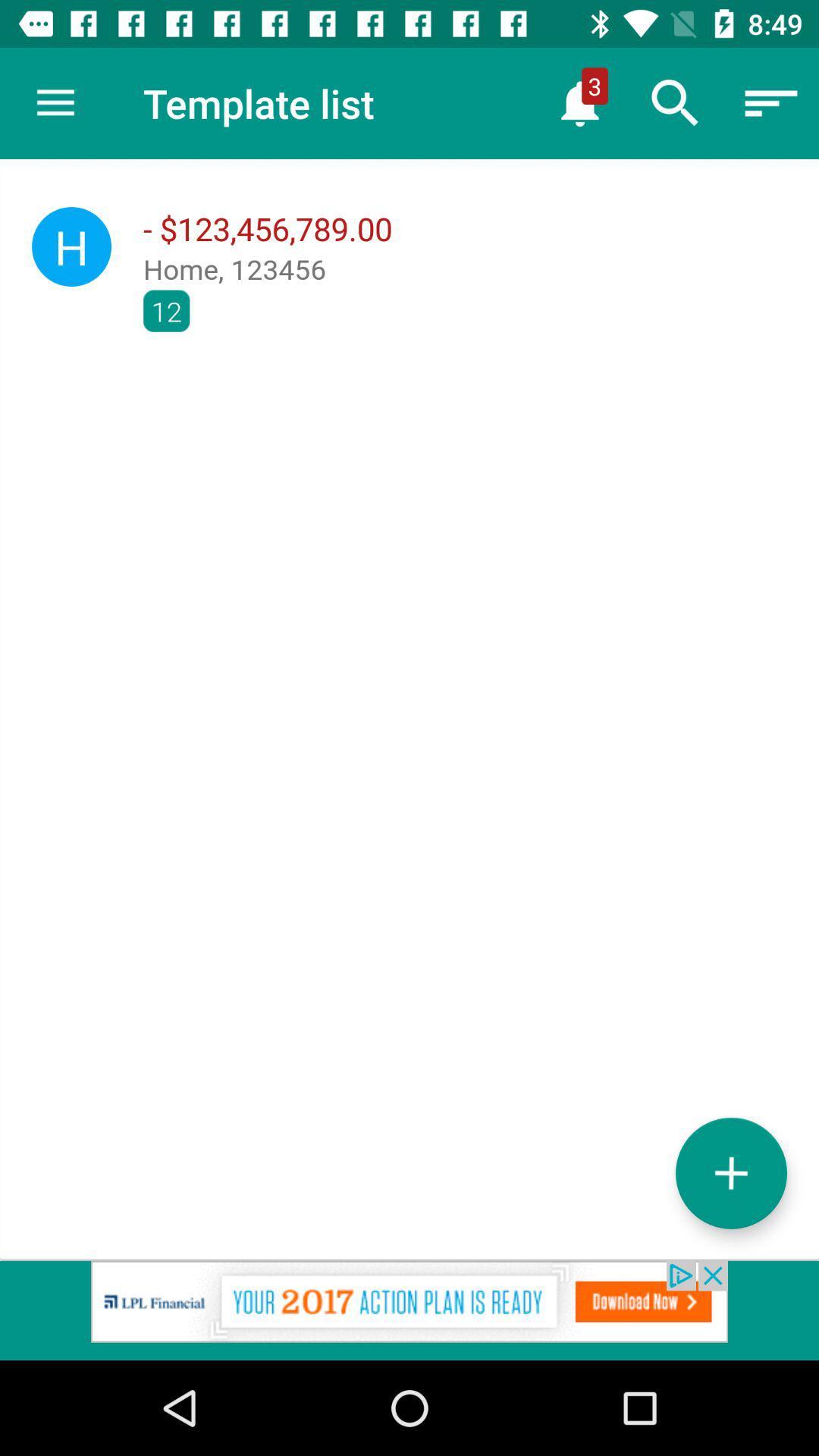  What do you see at coordinates (409, 1310) in the screenshot?
I see `open advertisement` at bounding box center [409, 1310].